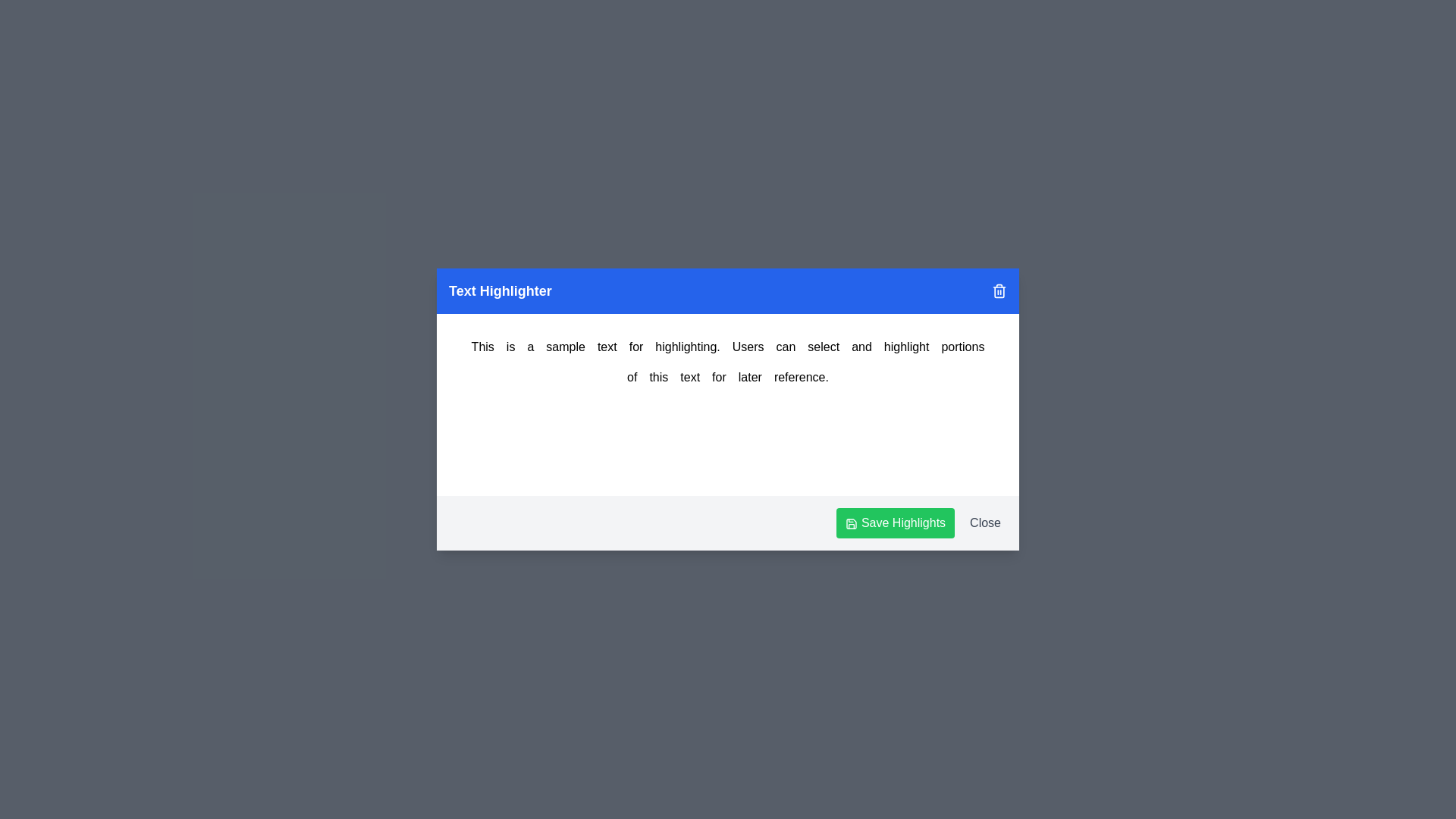 The height and width of the screenshot is (819, 1456). I want to click on 'Save Highlights' button to save the highlighted text, so click(895, 522).